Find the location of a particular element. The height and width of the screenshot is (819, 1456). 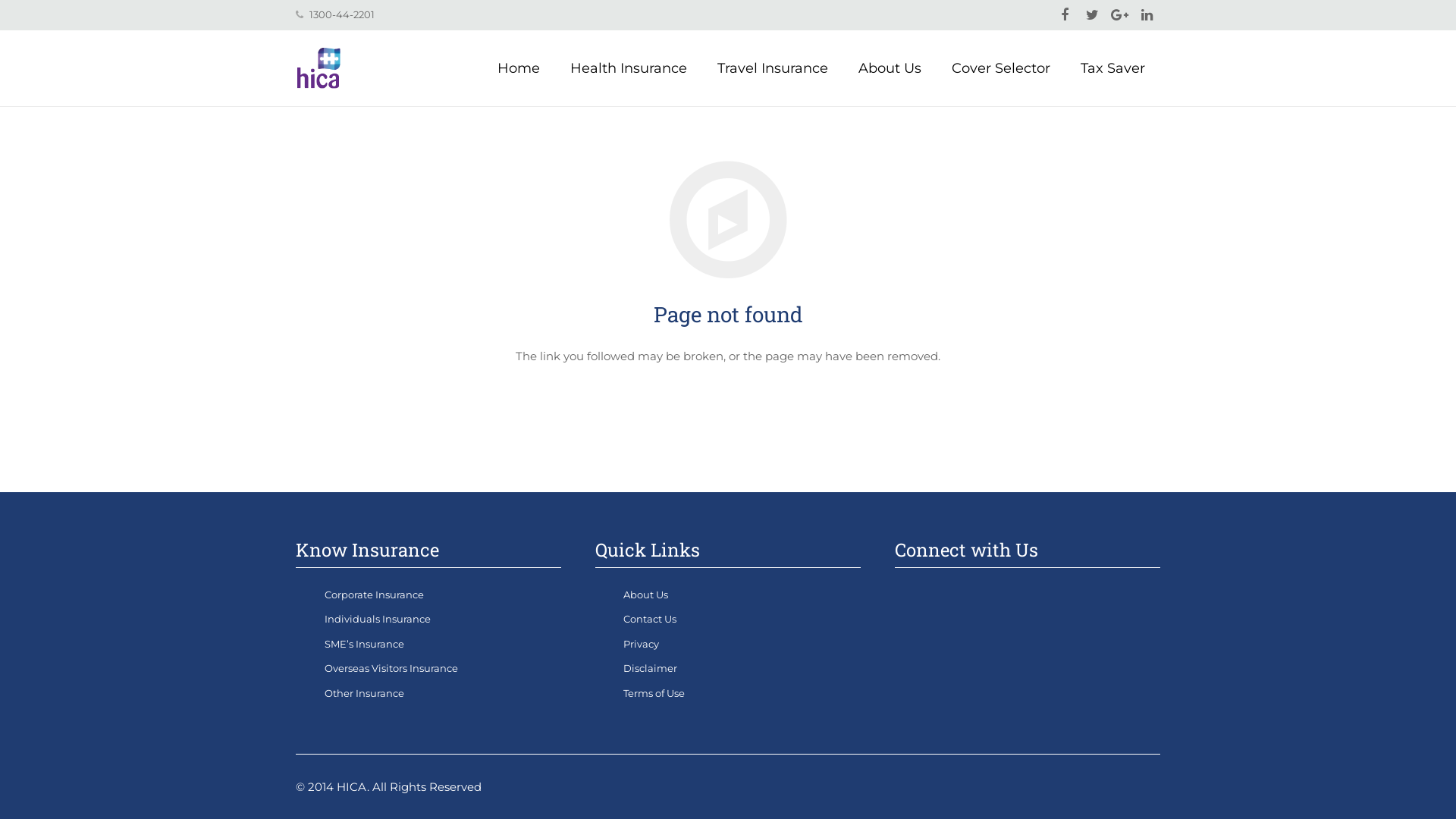

'Overseas Visitors Insurance' is located at coordinates (323, 667).